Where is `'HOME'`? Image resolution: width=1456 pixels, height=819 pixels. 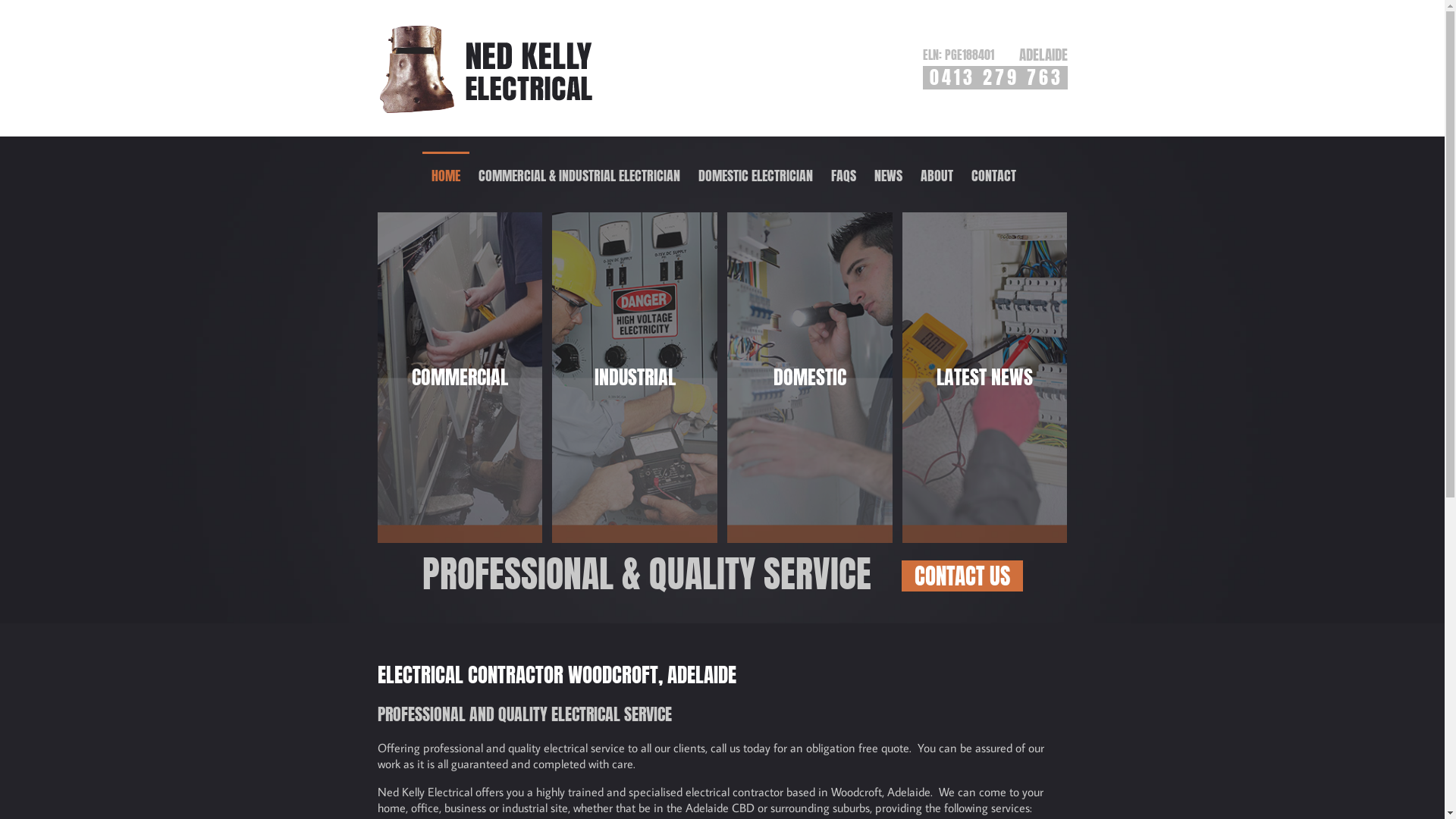 'HOME' is located at coordinates (422, 174).